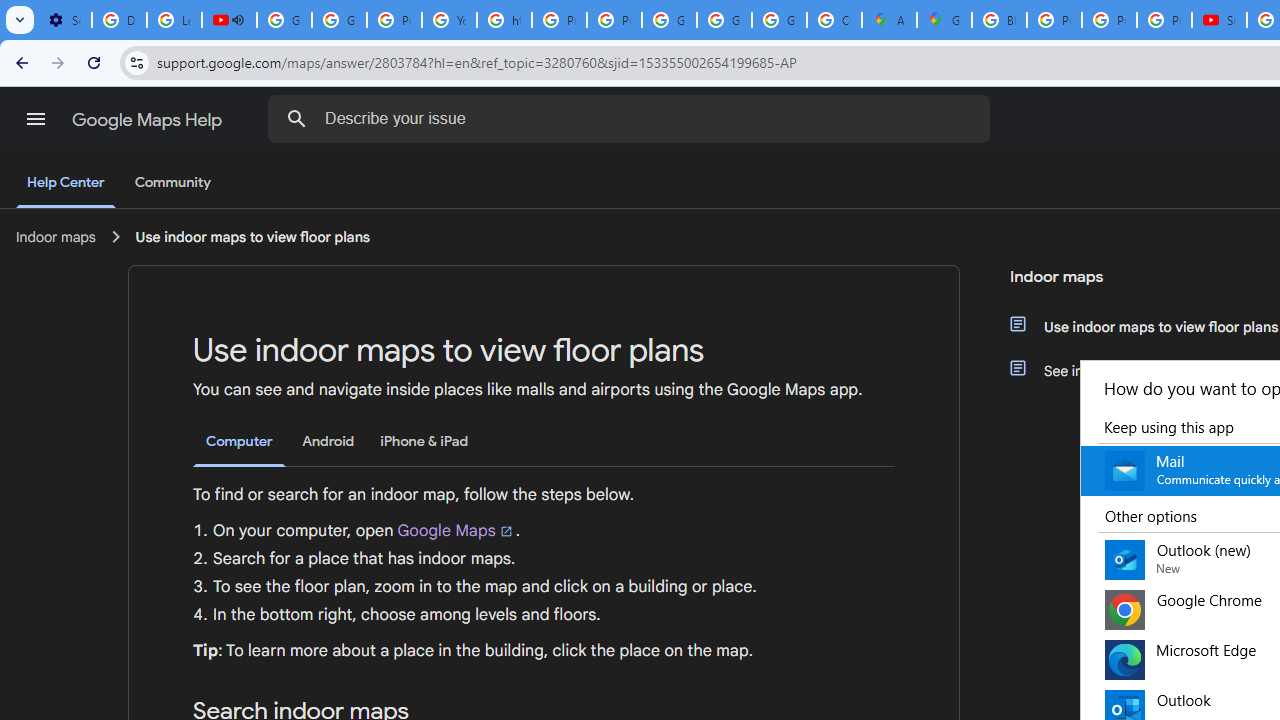  I want to click on 'iPhone & iPad', so click(423, 440).